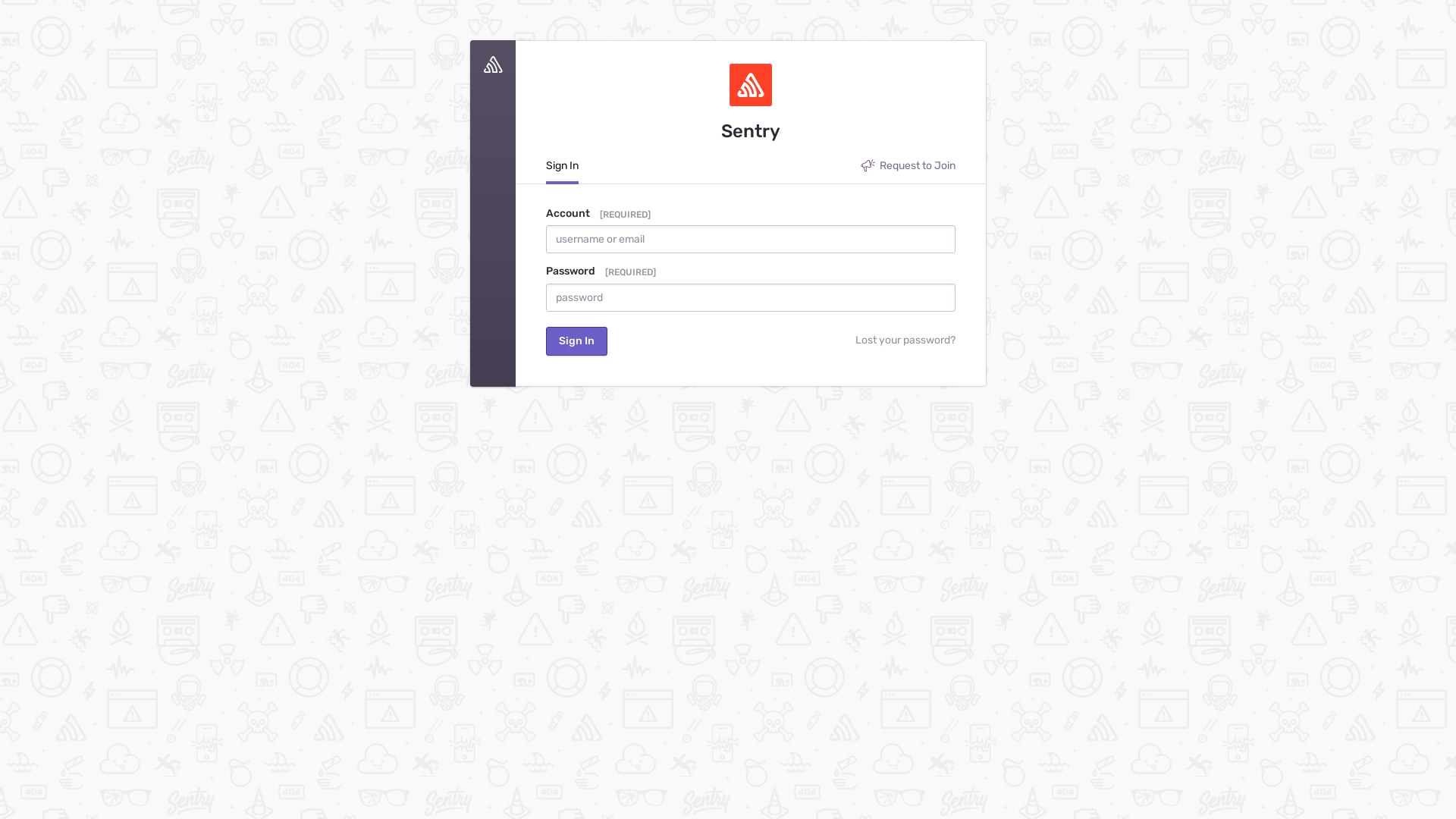  Describe the element at coordinates (860, 169) in the screenshot. I see `'Request to Join'` at that location.